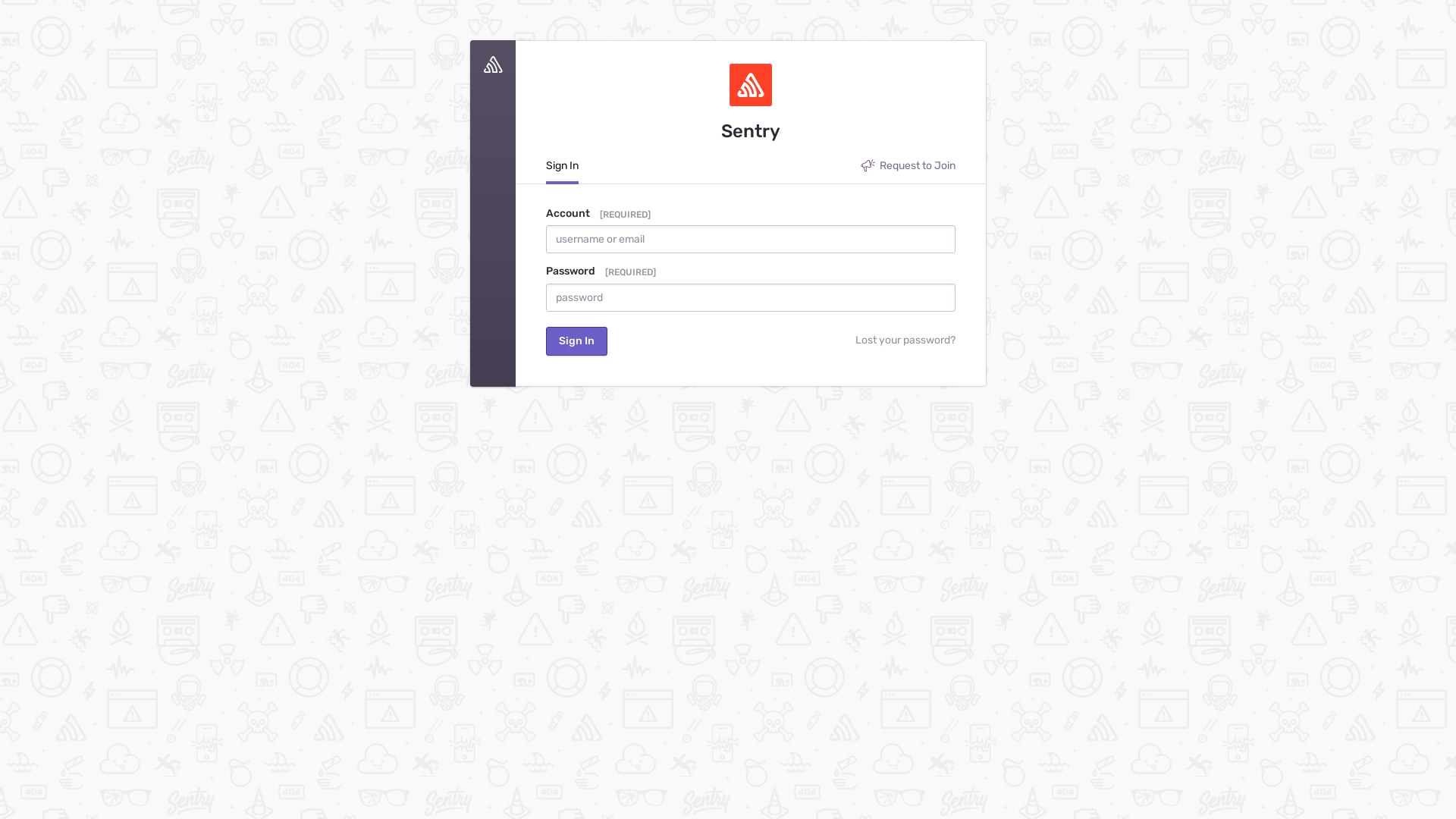  Describe the element at coordinates (860, 169) in the screenshot. I see `'Request to Join'` at that location.